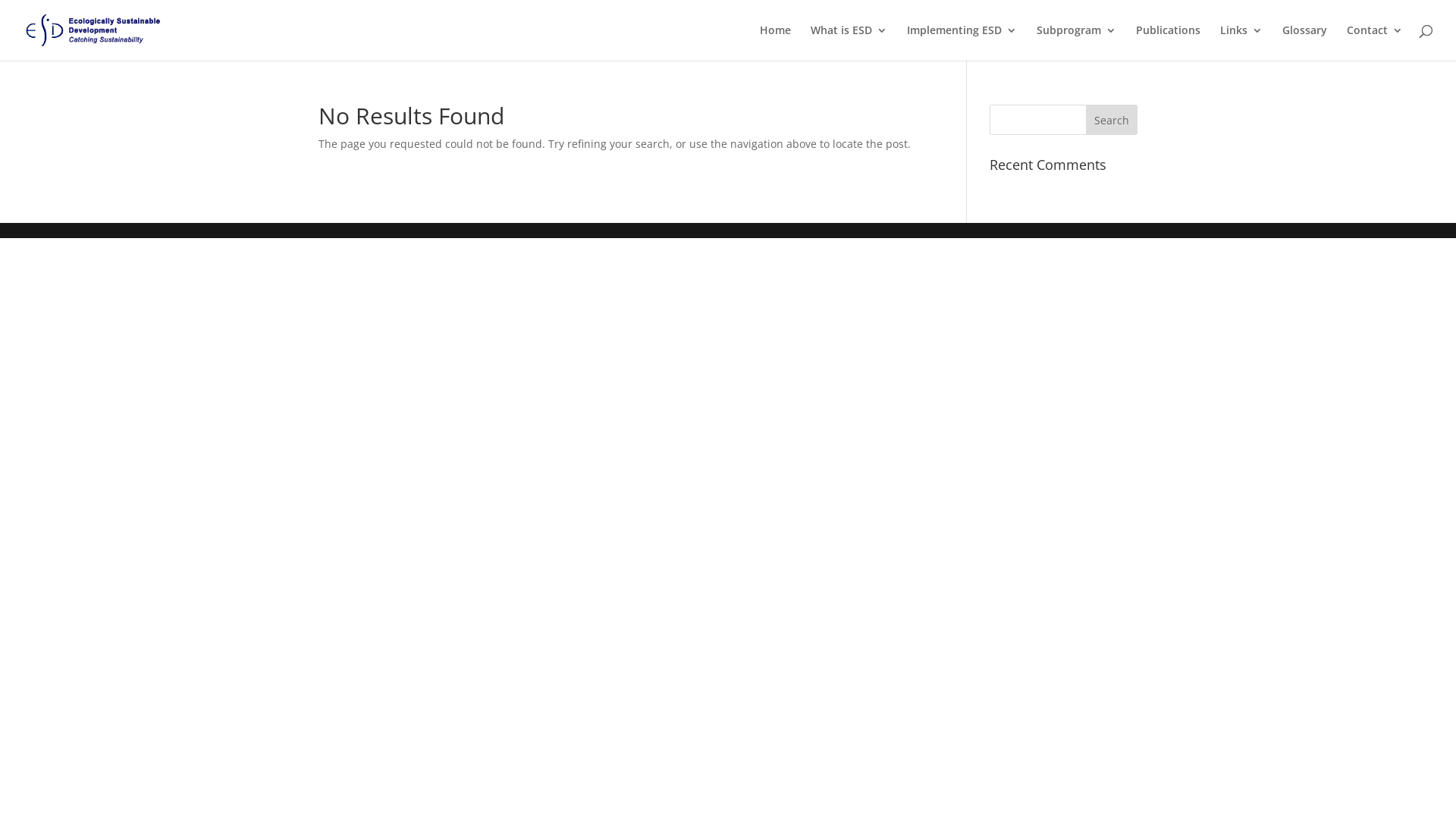  I want to click on 'Implementing ESD', so click(961, 42).